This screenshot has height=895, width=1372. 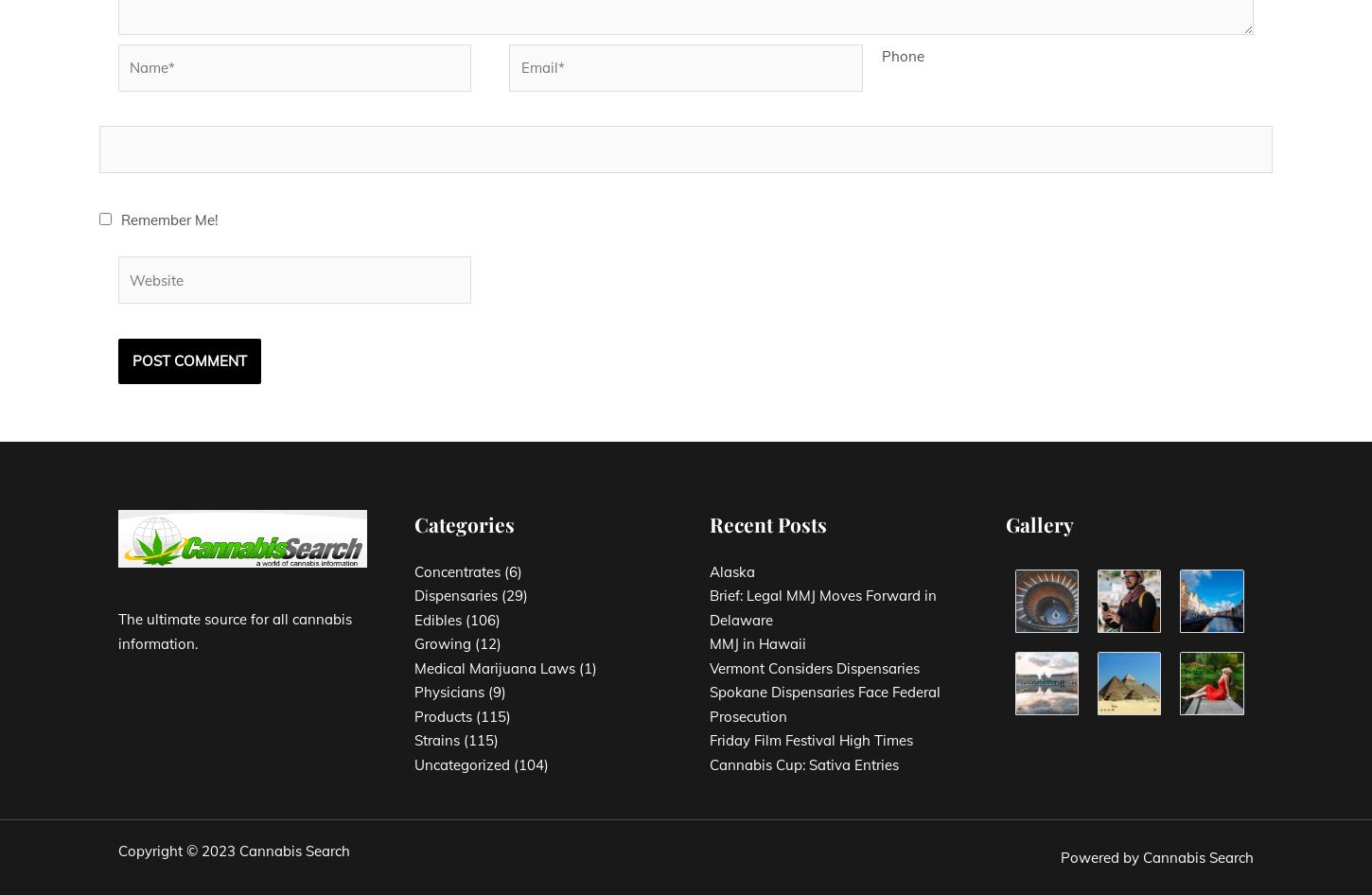 What do you see at coordinates (448, 691) in the screenshot?
I see `'Physicians'` at bounding box center [448, 691].